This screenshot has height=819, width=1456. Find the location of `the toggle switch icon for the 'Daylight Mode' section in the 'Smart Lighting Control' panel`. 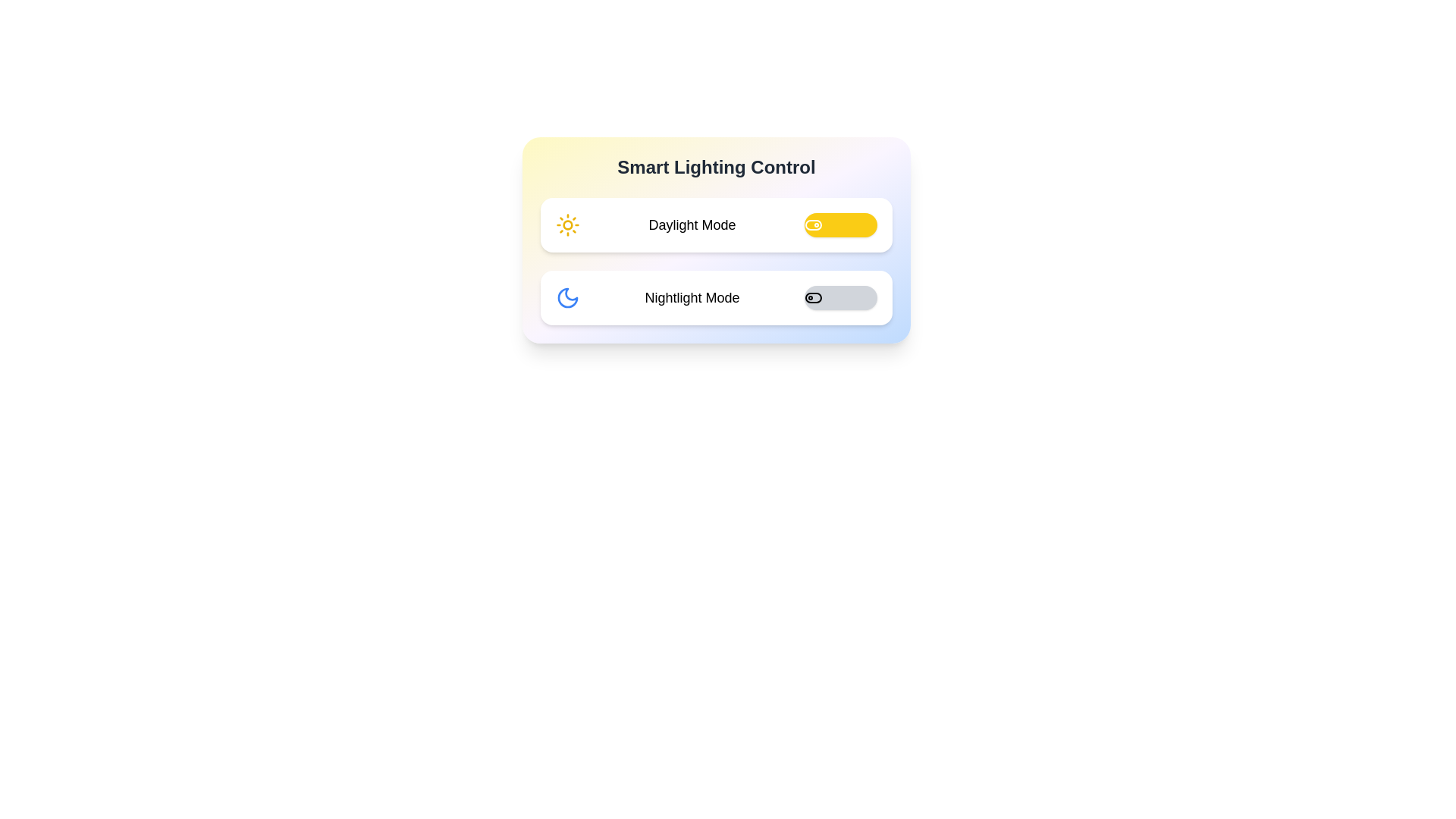

the toggle switch icon for the 'Daylight Mode' section in the 'Smart Lighting Control' panel is located at coordinates (813, 225).